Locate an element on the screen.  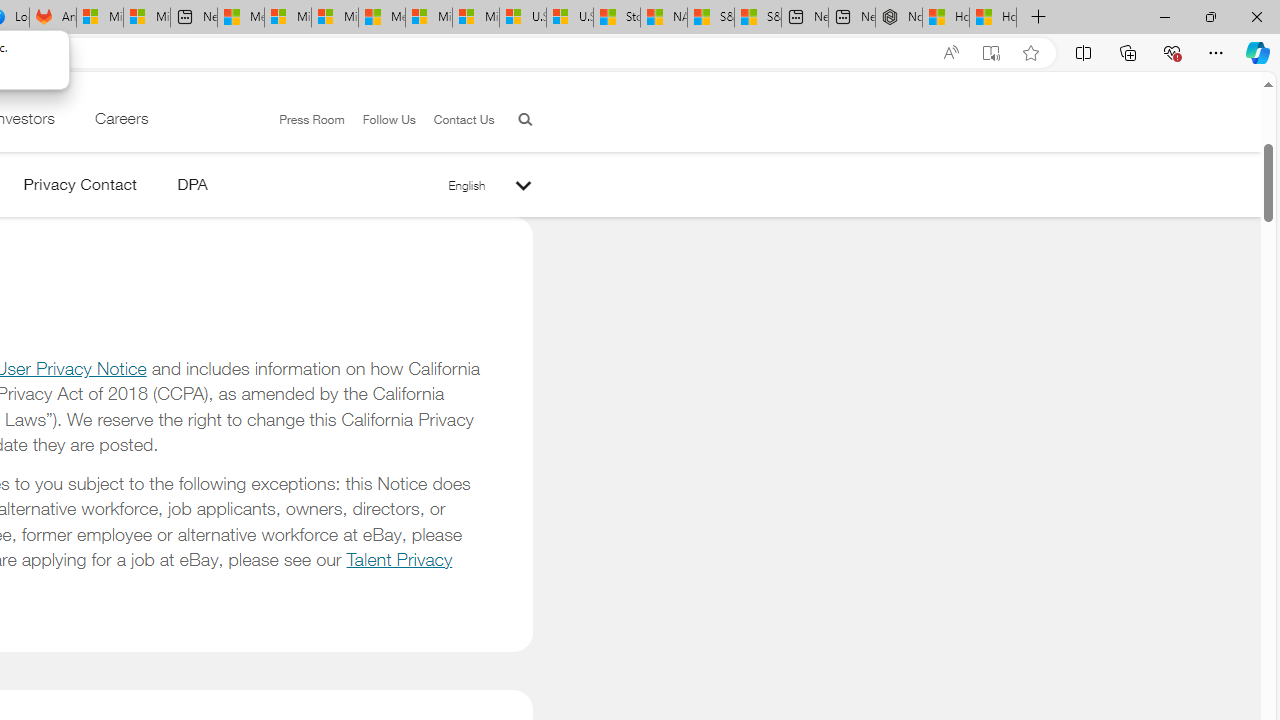
'Enter Immersive Reader (F9)' is located at coordinates (991, 52).